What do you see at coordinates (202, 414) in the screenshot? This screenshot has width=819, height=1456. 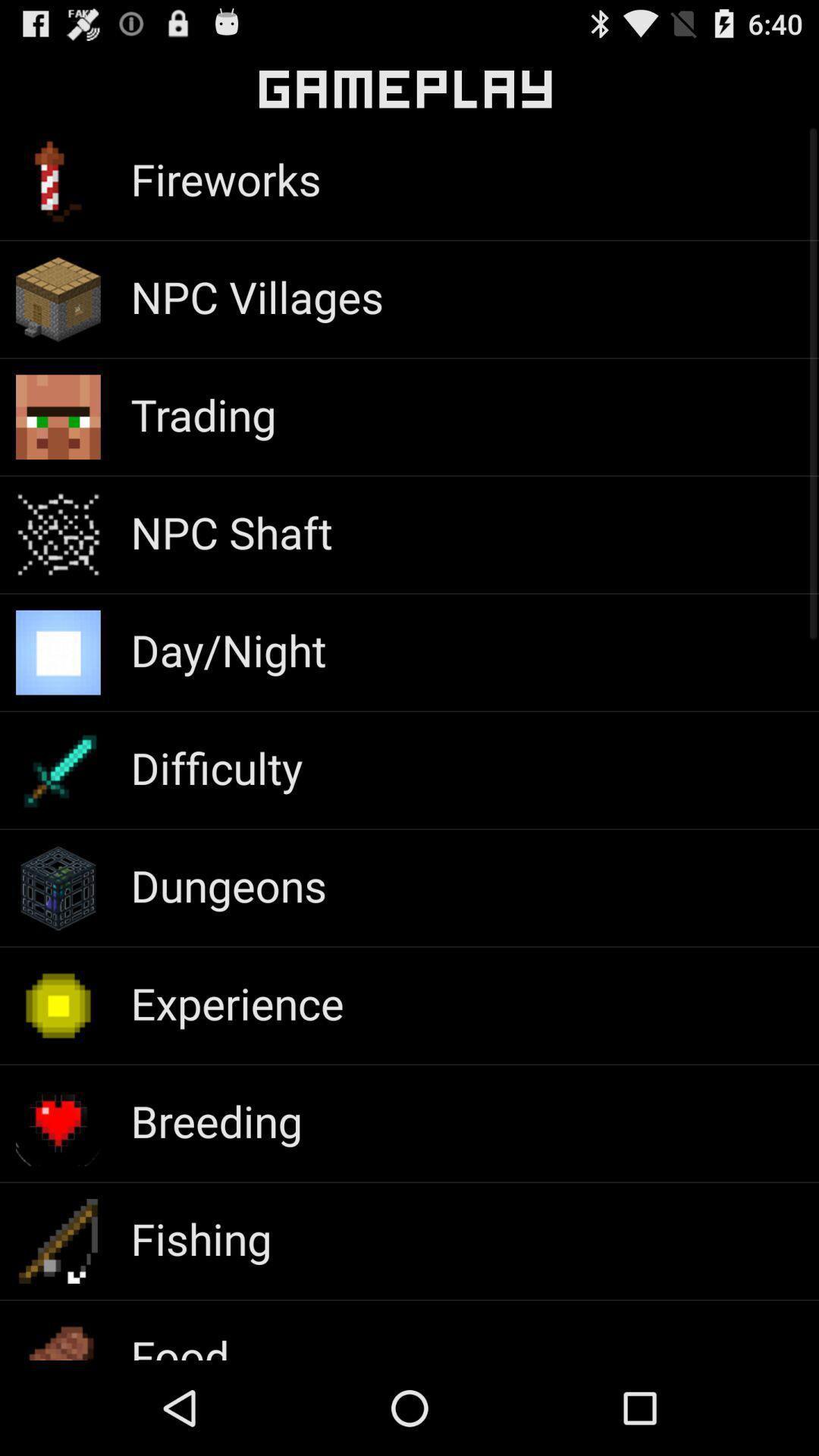 I see `trading app` at bounding box center [202, 414].